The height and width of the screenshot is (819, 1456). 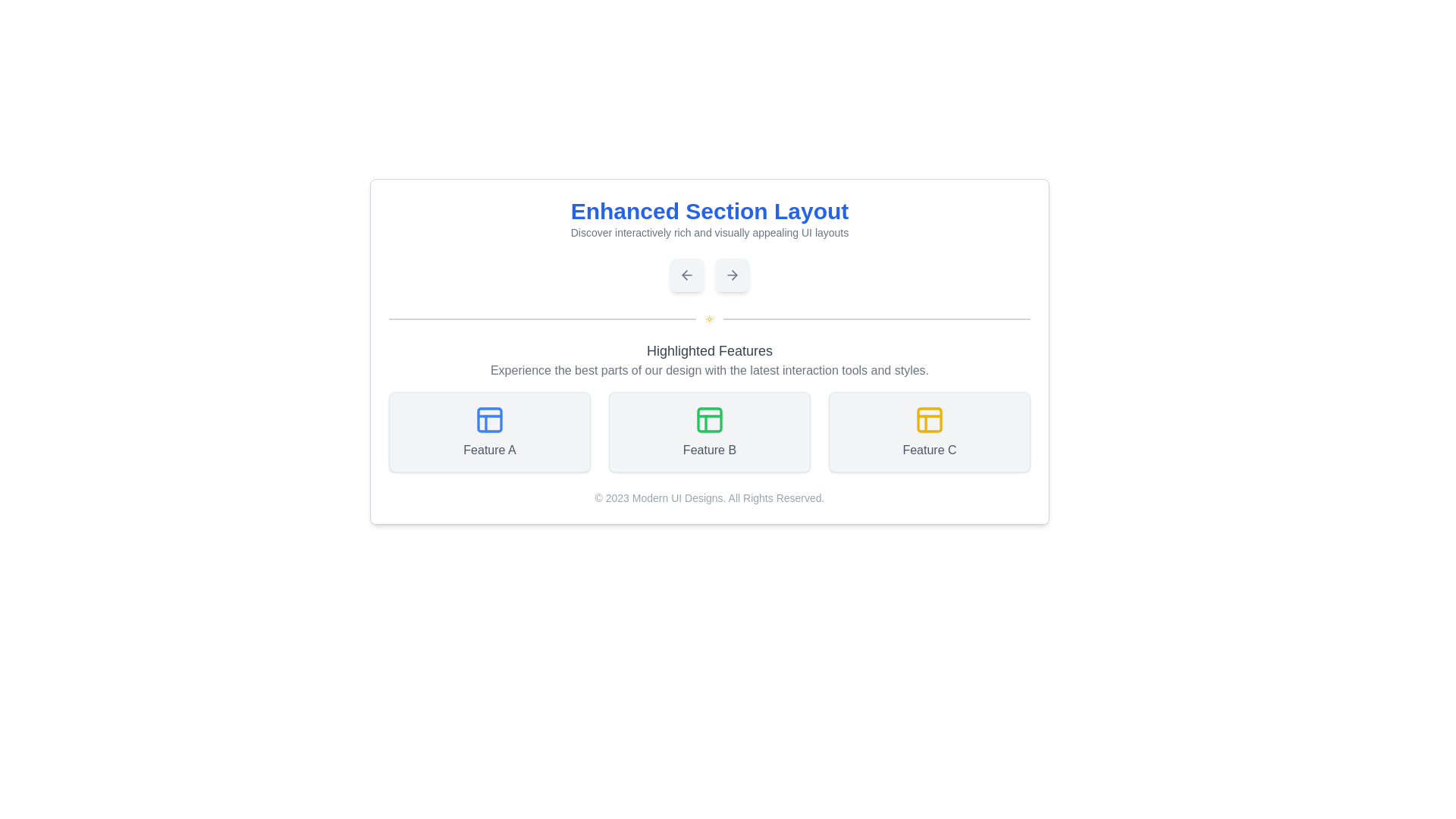 I want to click on the decorative divider with an icon located beneath the 'Enhanced Section Layout' header and above the 'Highlighted Features' section, so click(x=709, y=318).